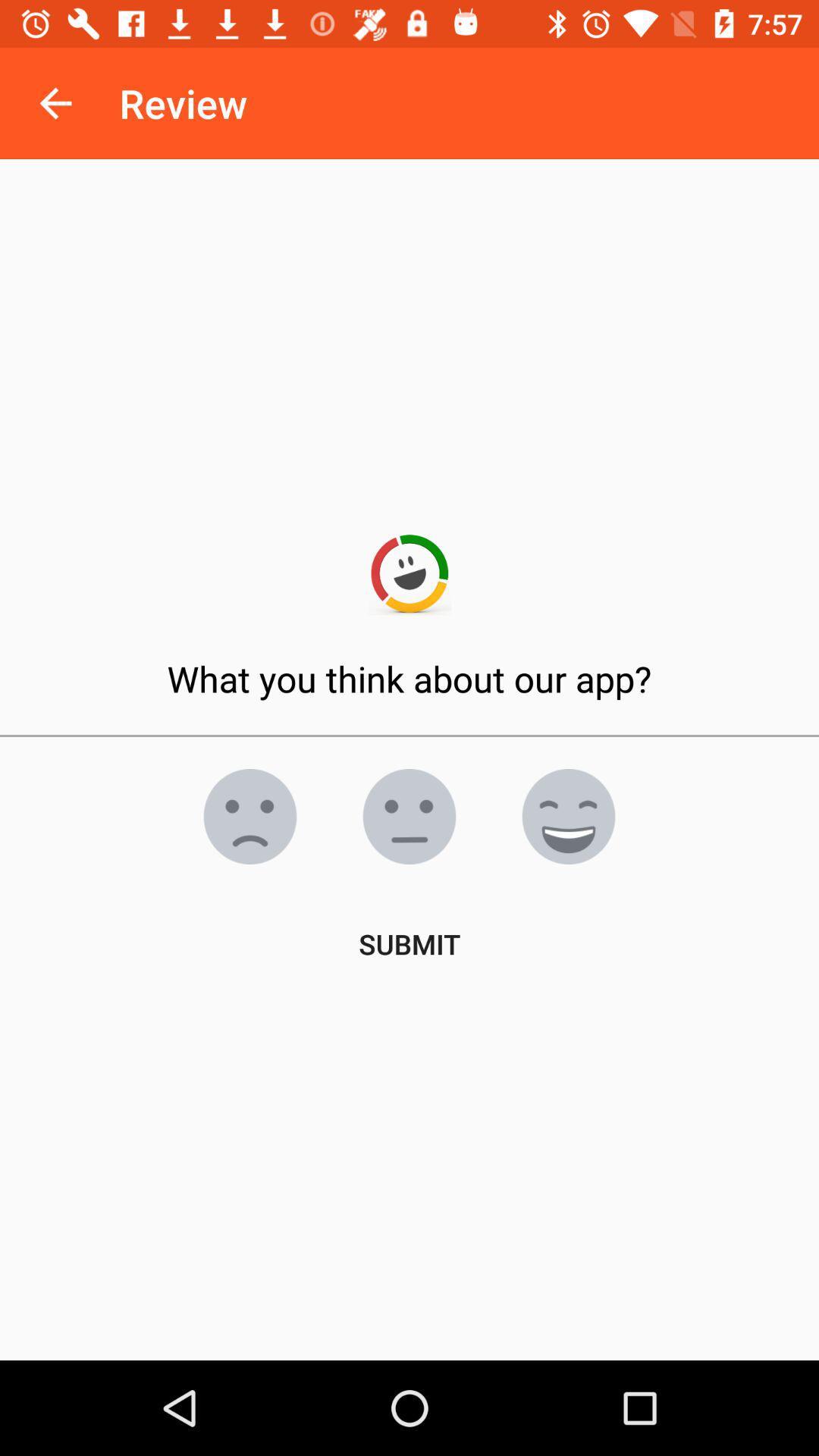 Image resolution: width=819 pixels, height=1456 pixels. Describe the element at coordinates (568, 815) in the screenshot. I see `rate app as great` at that location.